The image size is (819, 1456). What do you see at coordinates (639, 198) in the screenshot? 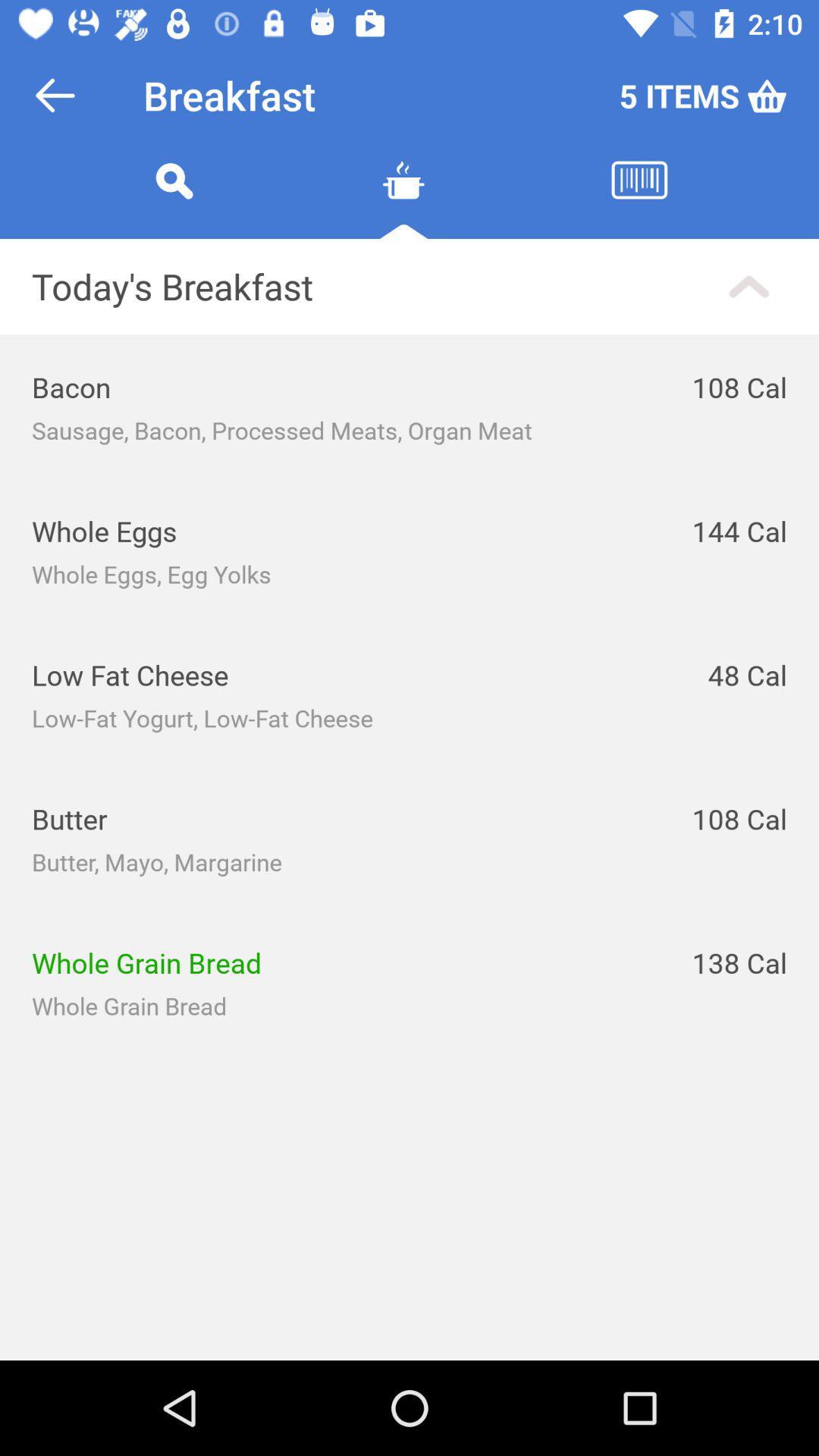
I see `diet history` at bounding box center [639, 198].